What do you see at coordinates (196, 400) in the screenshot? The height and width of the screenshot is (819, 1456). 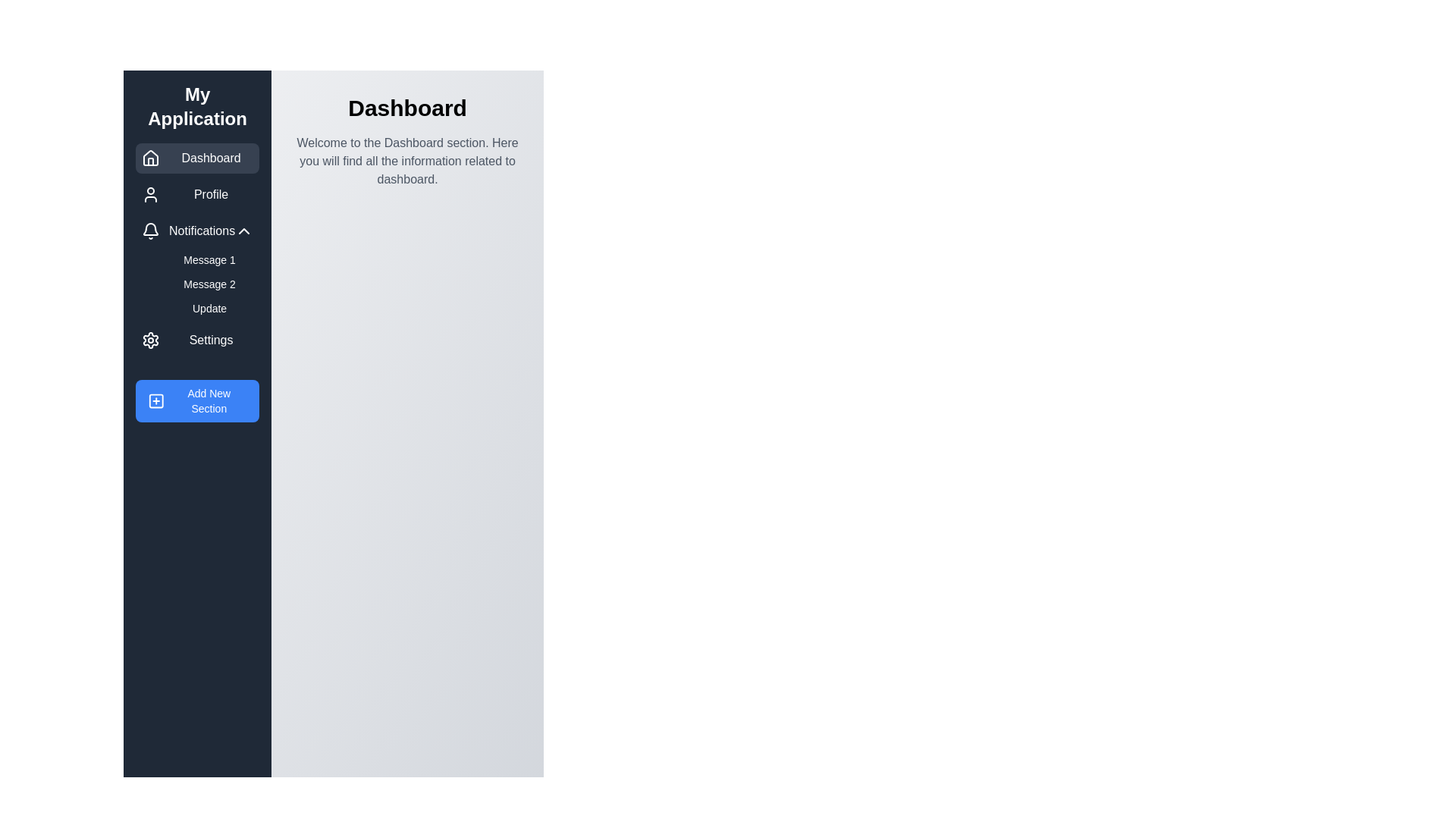 I see `the rectangular blue button with rounded corners that has a white plus icon and the text 'Add New Section', located in the sidebar below 'Settings'` at bounding box center [196, 400].